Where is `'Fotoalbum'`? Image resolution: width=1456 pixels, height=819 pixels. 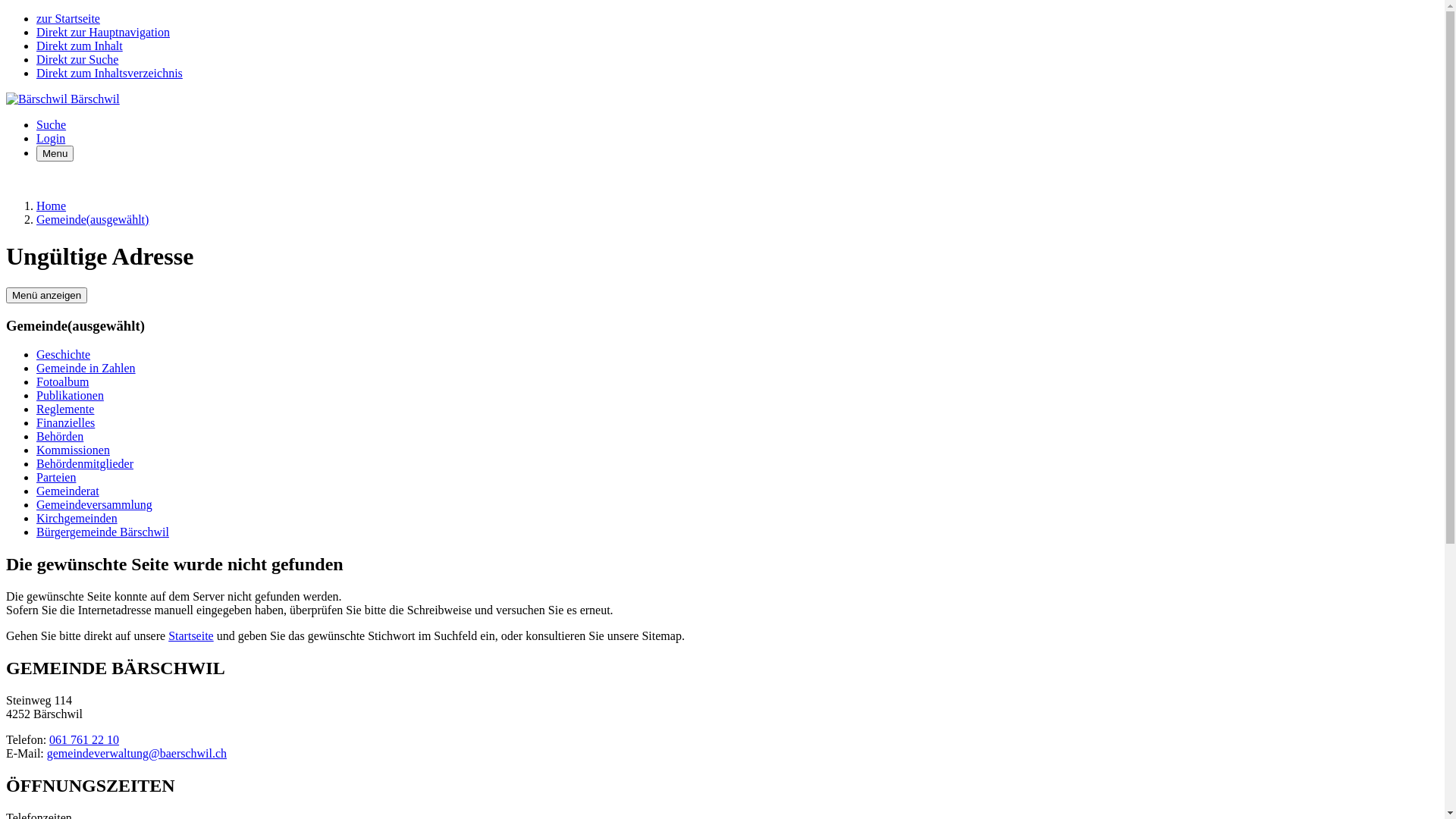 'Fotoalbum' is located at coordinates (61, 381).